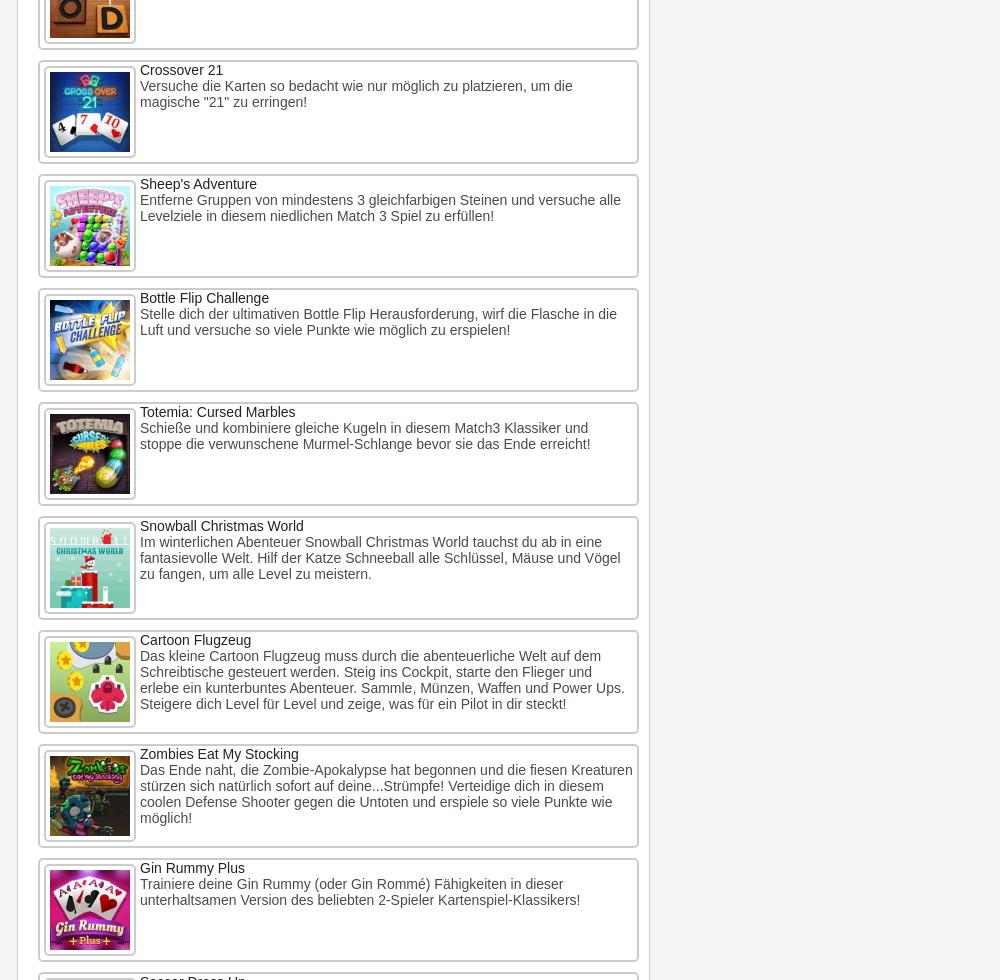  Describe the element at coordinates (364, 436) in the screenshot. I see `'Schieße und kombiniere gleiche Kugeln in diesem Match3 Klassiker und stoppe die verwunschene Murmel-Schlange bevor sie das Ende erreicht!'` at that location.